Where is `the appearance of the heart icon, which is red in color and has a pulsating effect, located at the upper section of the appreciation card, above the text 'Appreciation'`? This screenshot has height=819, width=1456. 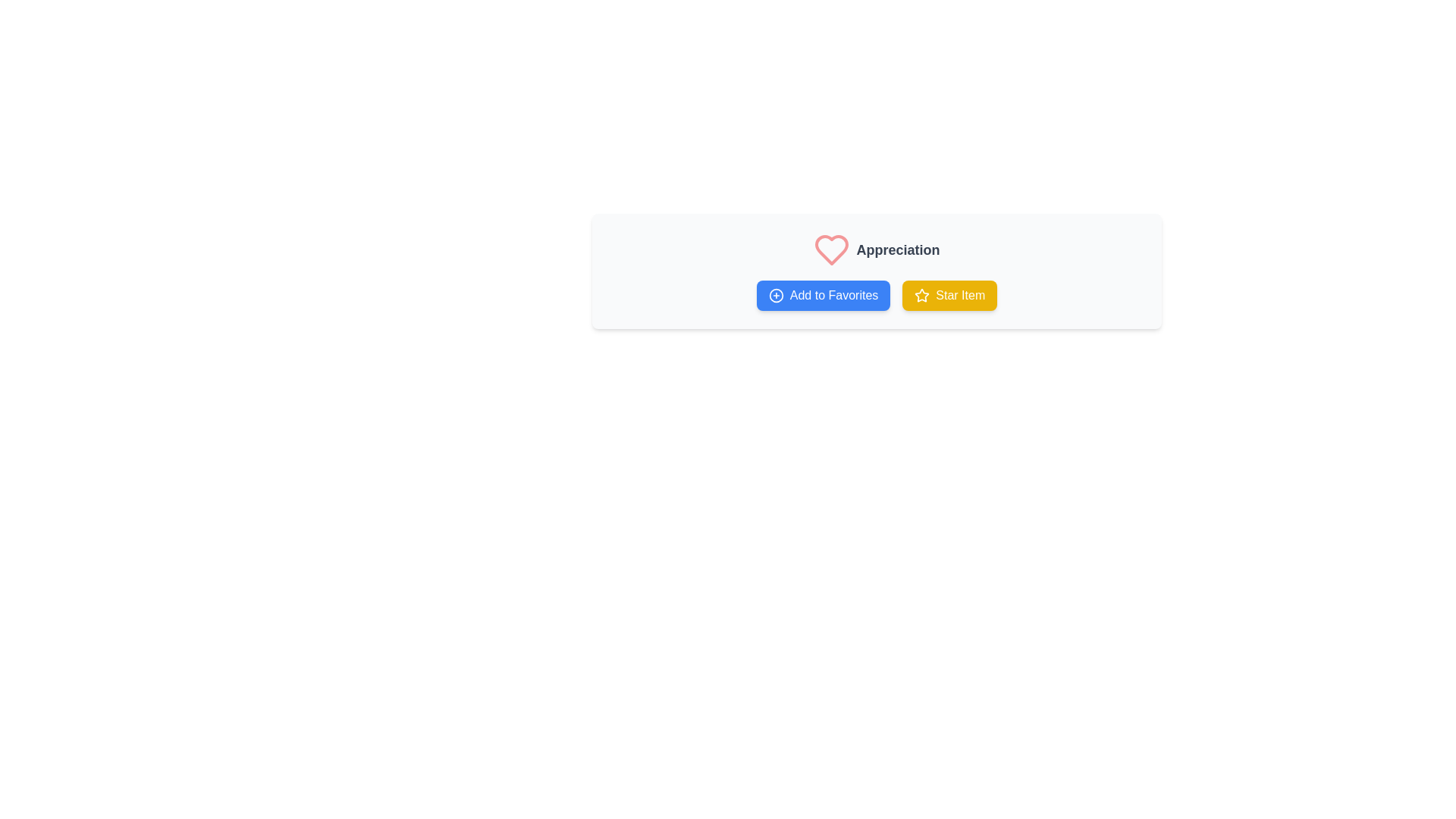 the appearance of the heart icon, which is red in color and has a pulsating effect, located at the upper section of the appreciation card, above the text 'Appreciation' is located at coordinates (831, 249).